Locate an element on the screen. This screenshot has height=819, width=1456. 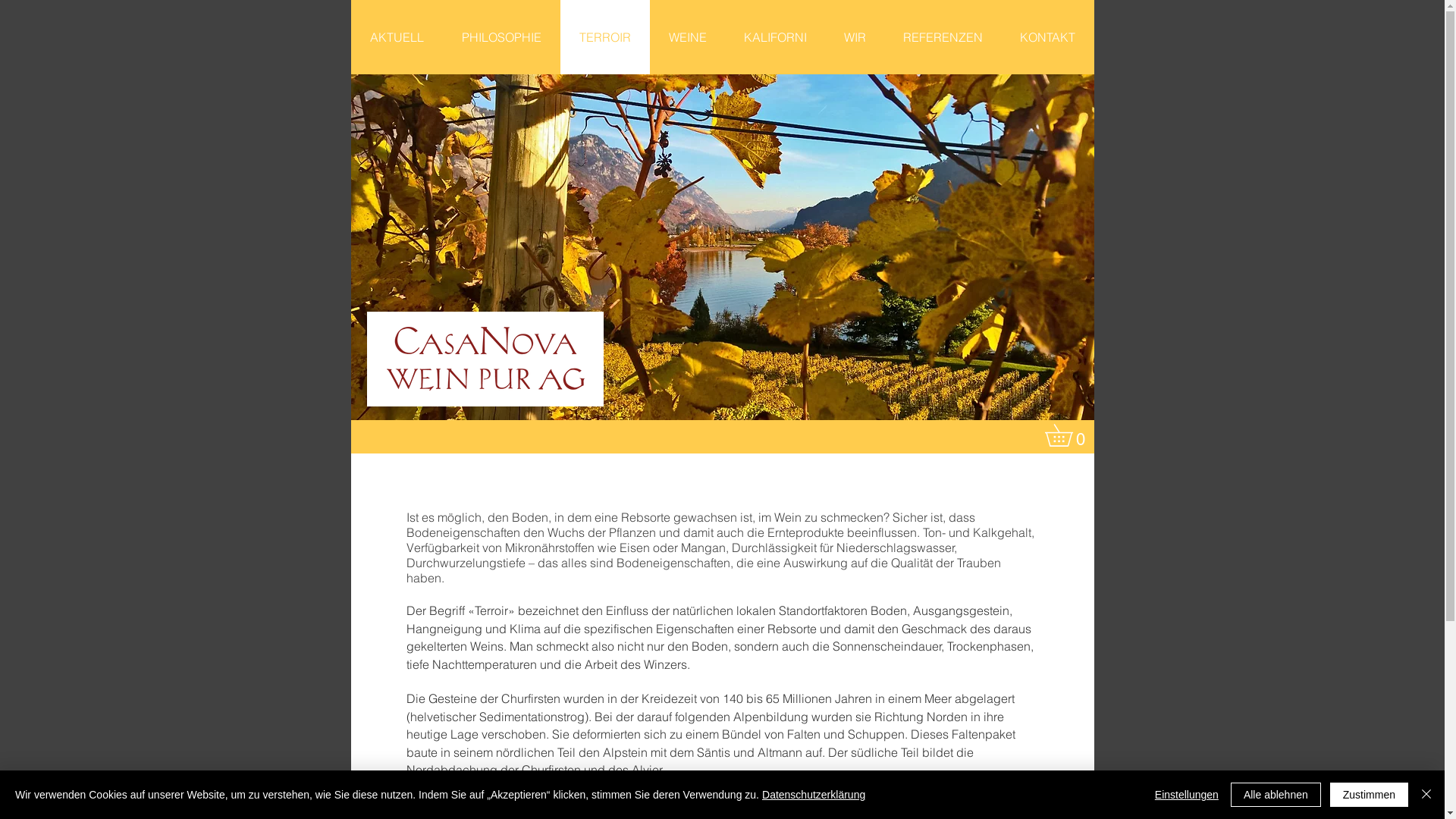
'0' is located at coordinates (1068, 435).